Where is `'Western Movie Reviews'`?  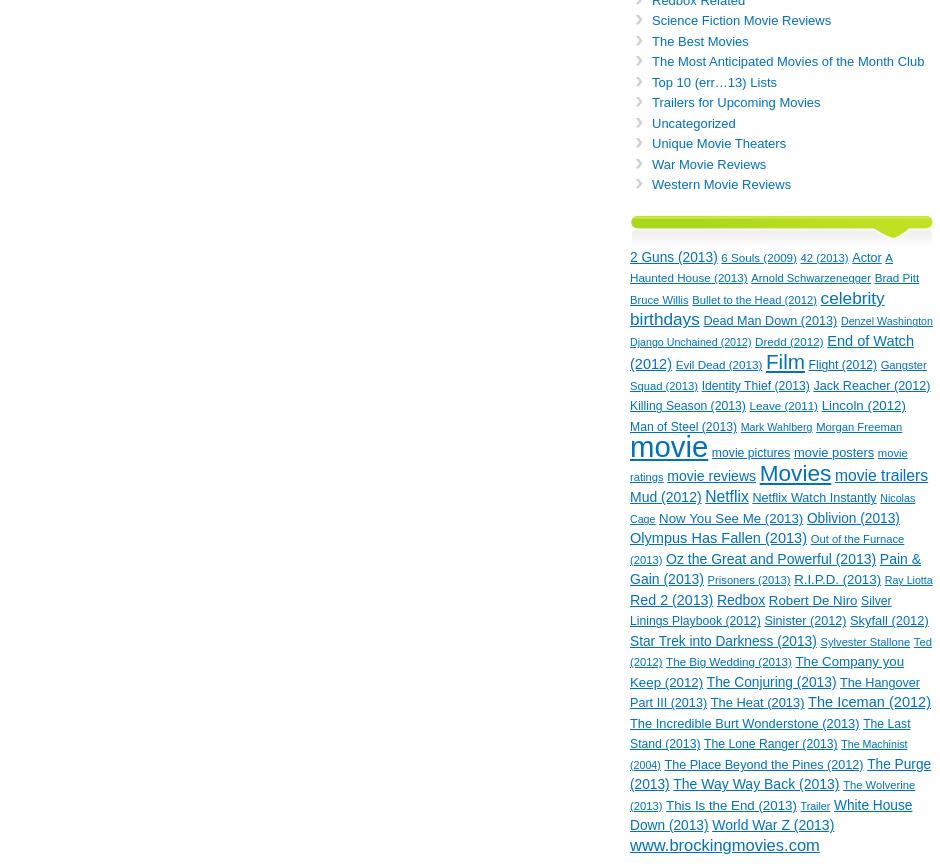 'Western Movie Reviews' is located at coordinates (651, 183).